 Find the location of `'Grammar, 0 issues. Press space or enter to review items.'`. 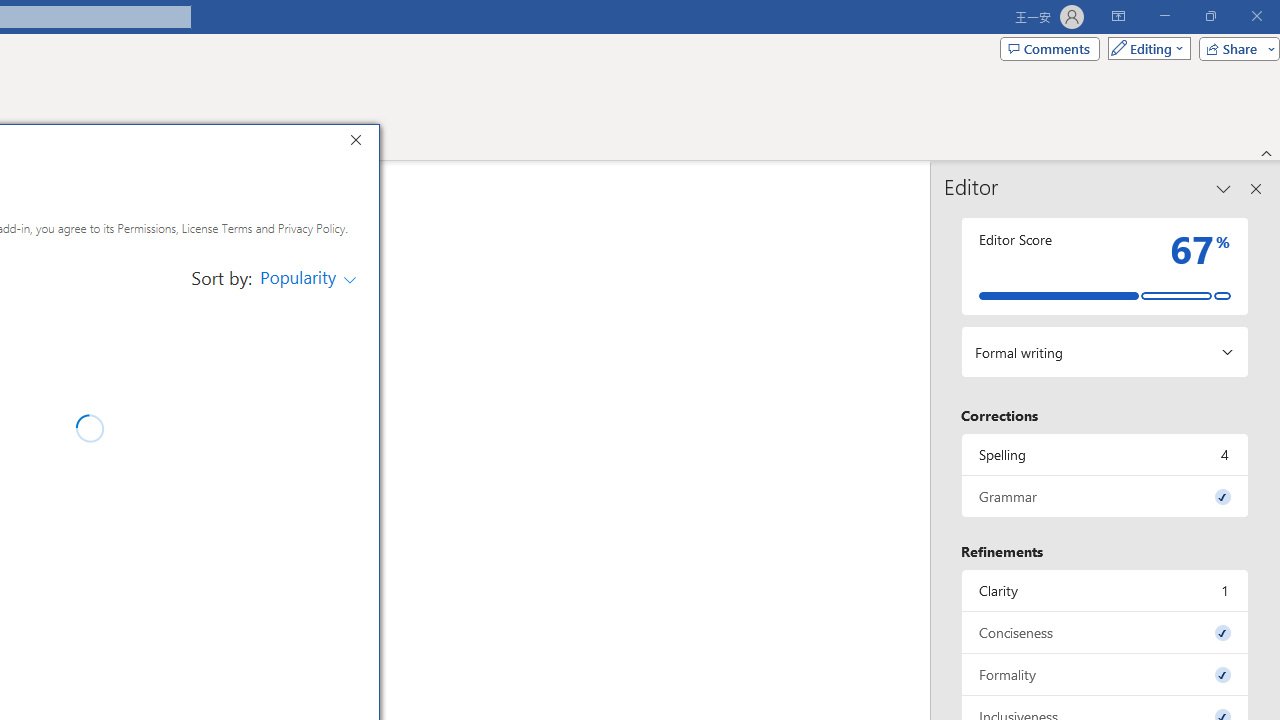

'Grammar, 0 issues. Press space or enter to review items.' is located at coordinates (1104, 495).